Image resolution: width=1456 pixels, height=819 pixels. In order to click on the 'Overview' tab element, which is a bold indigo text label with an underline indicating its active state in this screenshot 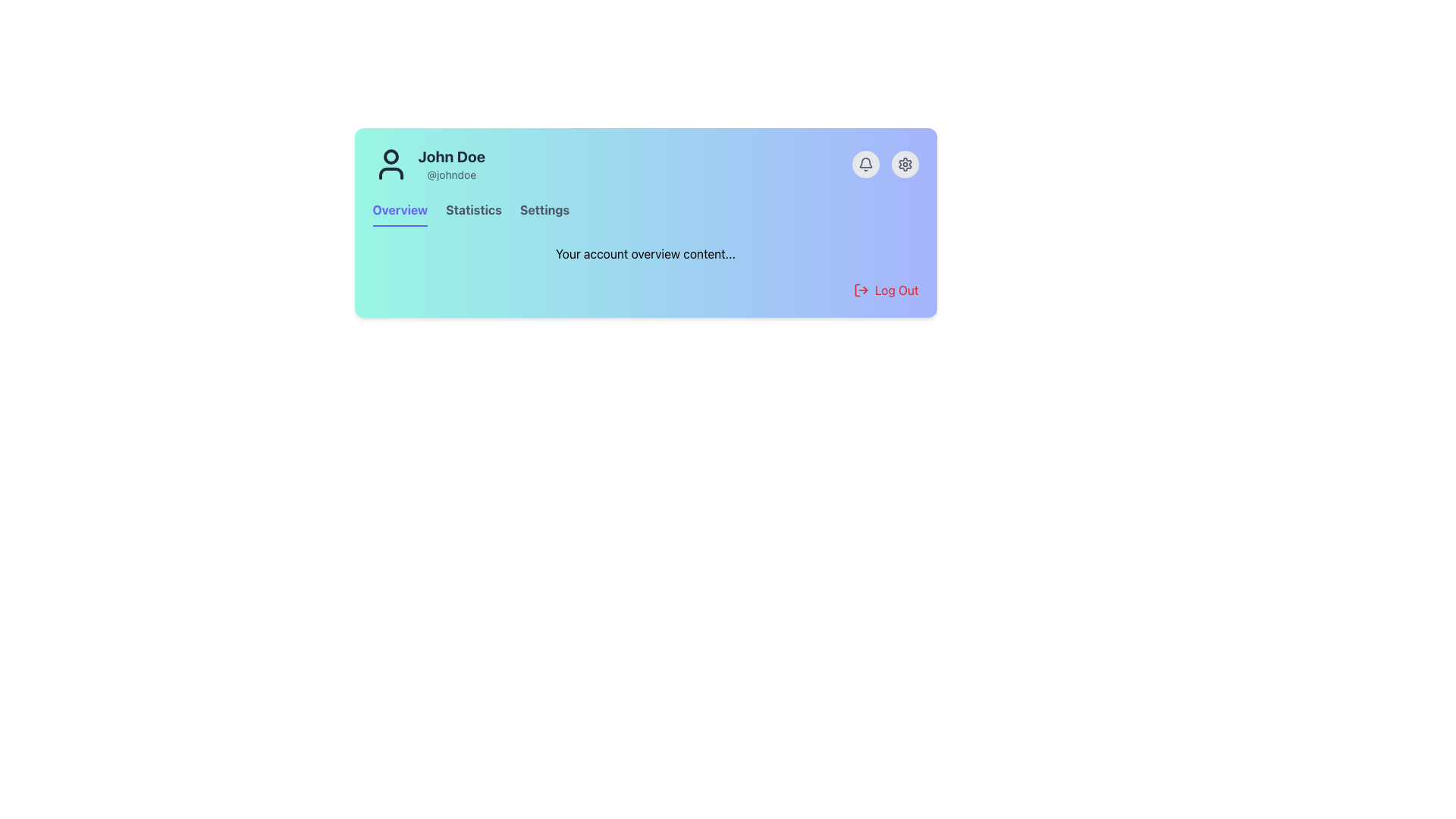, I will do `click(400, 213)`.